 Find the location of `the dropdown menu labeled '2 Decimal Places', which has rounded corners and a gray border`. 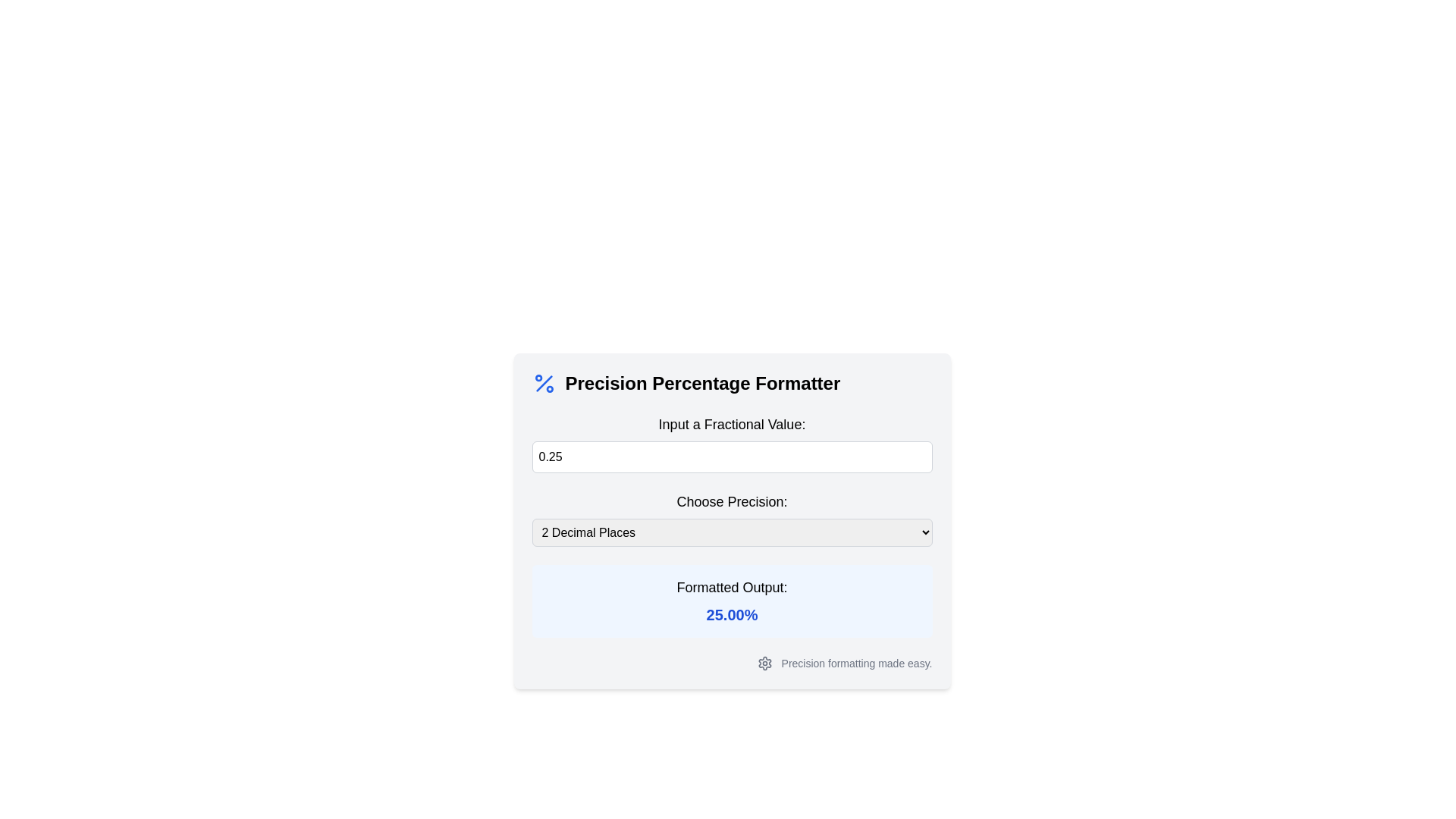

the dropdown menu labeled '2 Decimal Places', which has rounded corners and a gray border is located at coordinates (732, 532).